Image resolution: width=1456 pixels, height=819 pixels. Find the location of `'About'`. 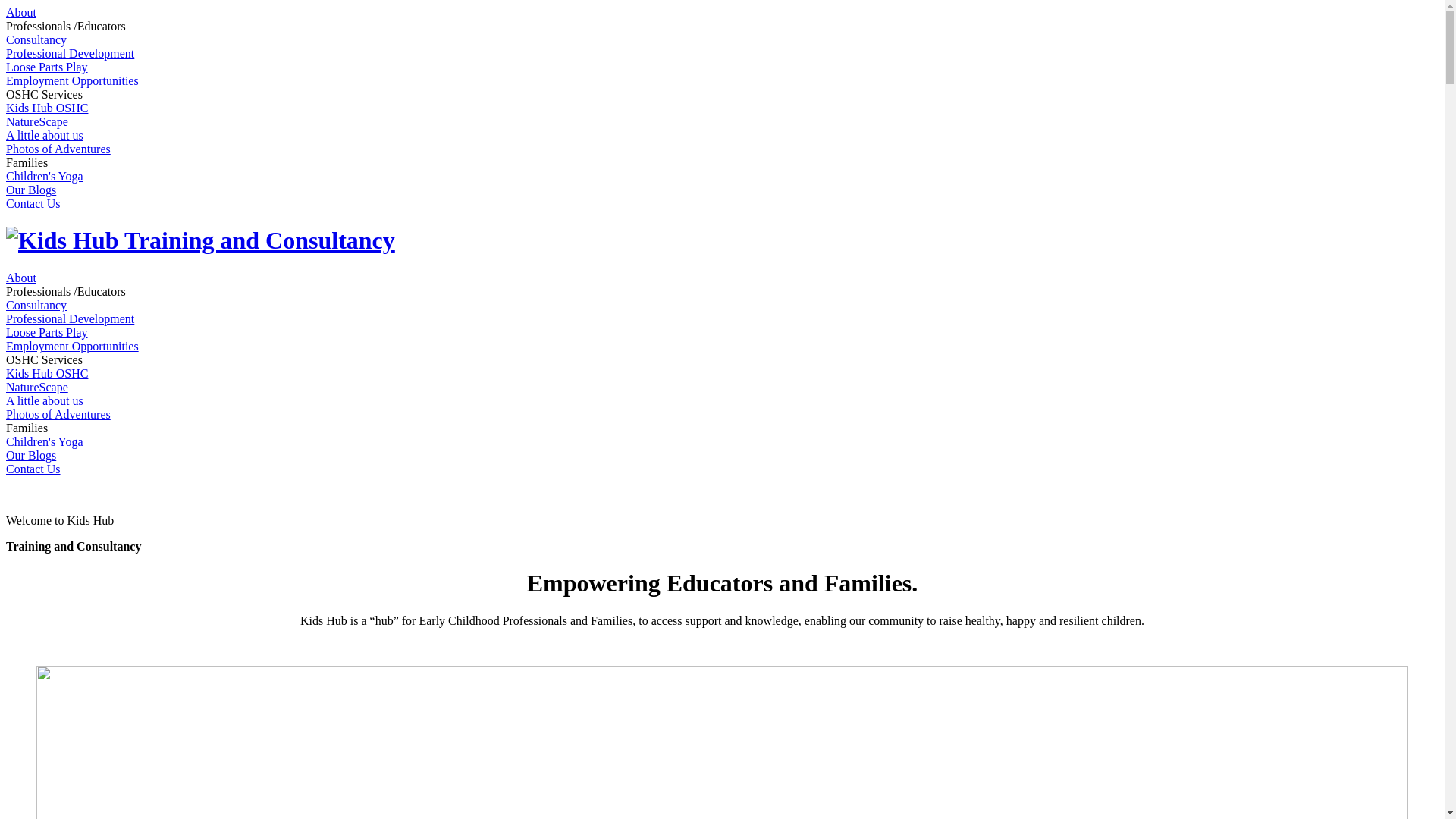

'About' is located at coordinates (21, 278).